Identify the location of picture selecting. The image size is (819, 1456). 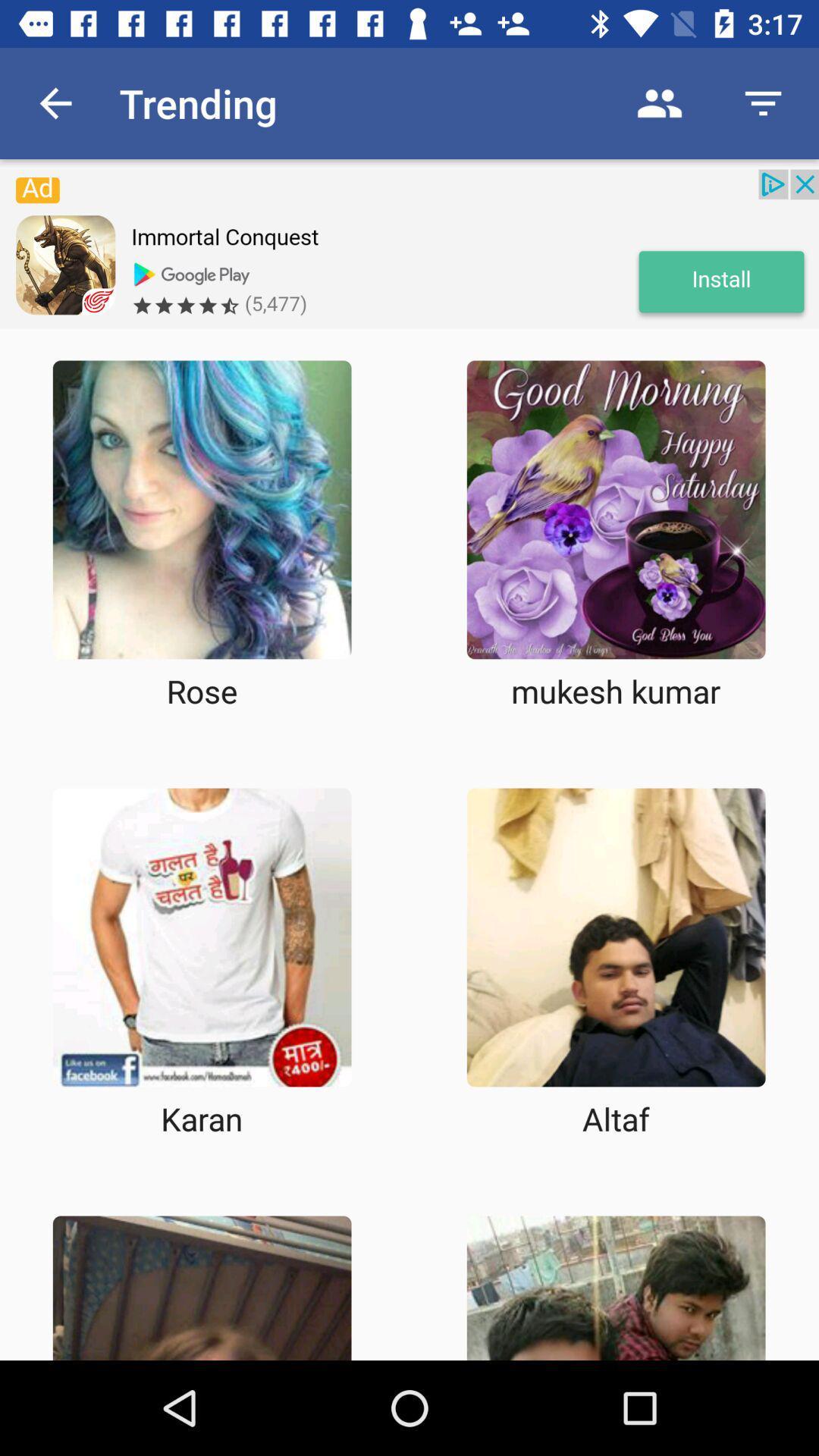
(616, 1287).